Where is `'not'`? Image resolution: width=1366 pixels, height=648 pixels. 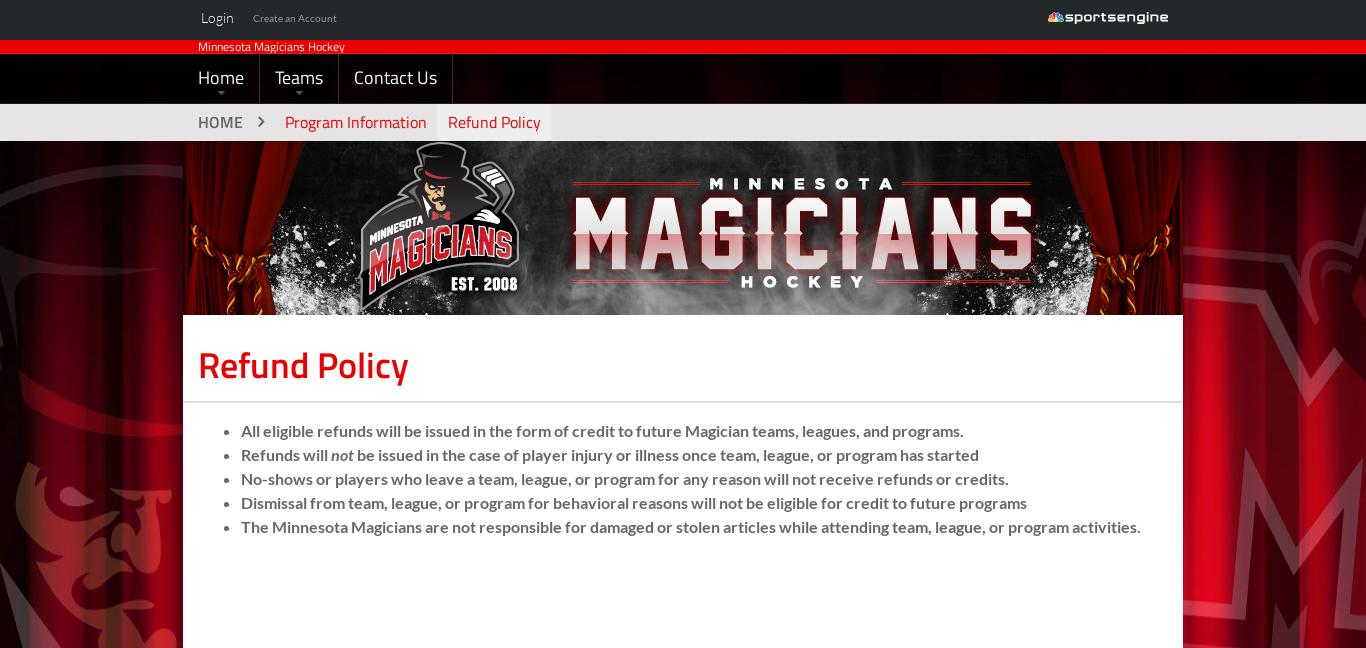 'not' is located at coordinates (342, 489).